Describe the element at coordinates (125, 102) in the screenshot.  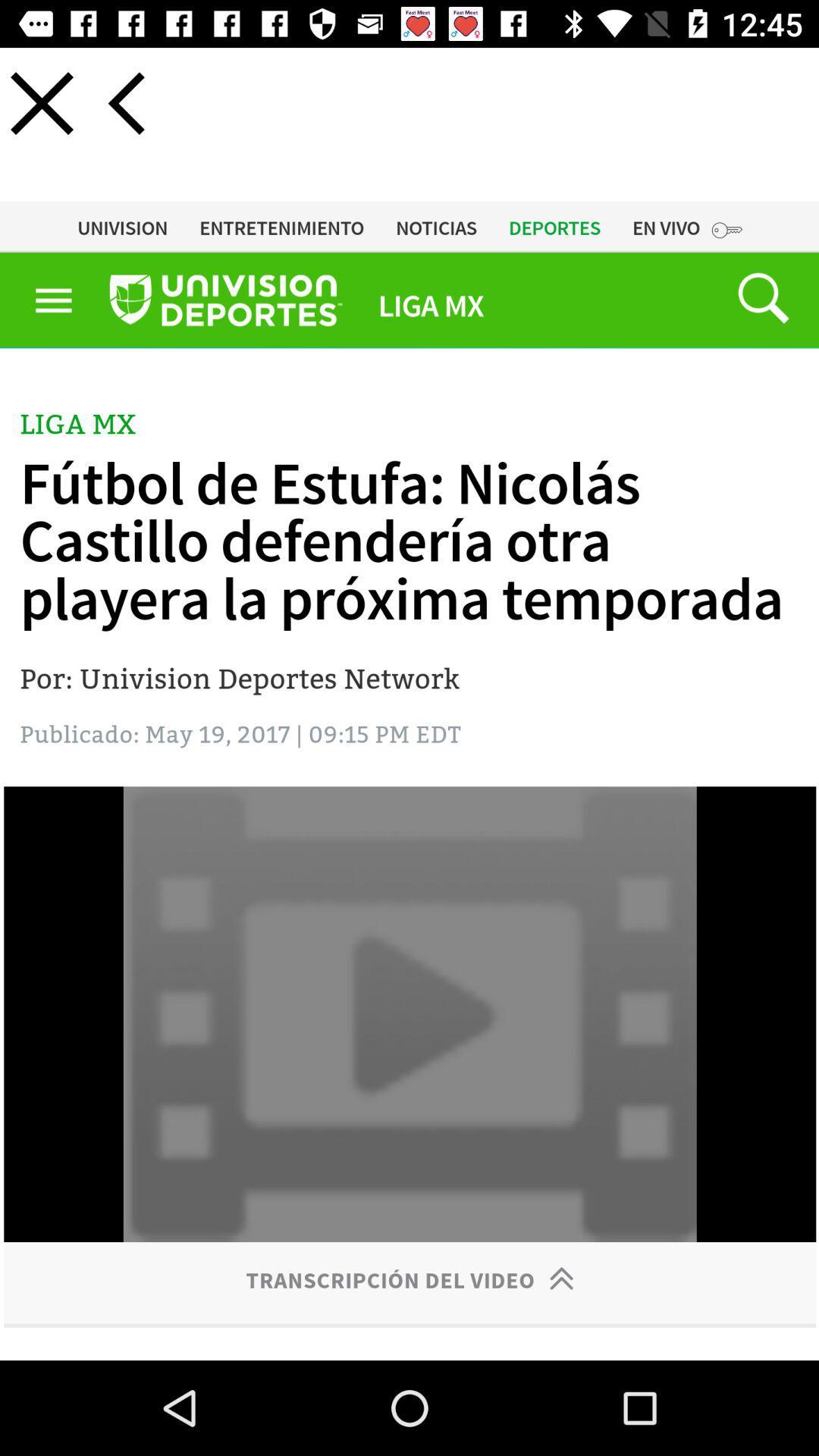
I see `previous` at that location.